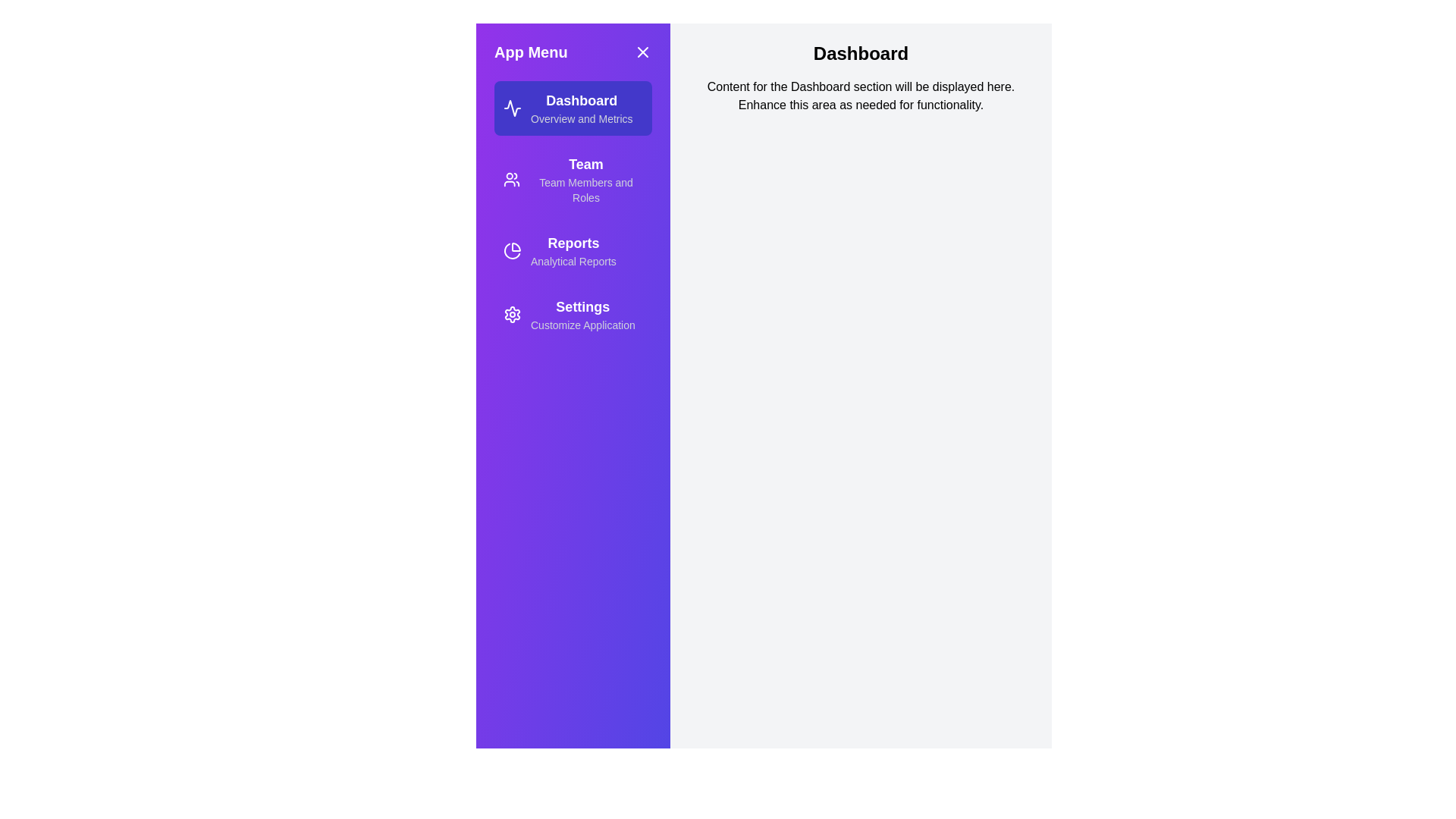 This screenshot has width=1456, height=819. Describe the element at coordinates (572, 178) in the screenshot. I see `the section Team from the menu` at that location.